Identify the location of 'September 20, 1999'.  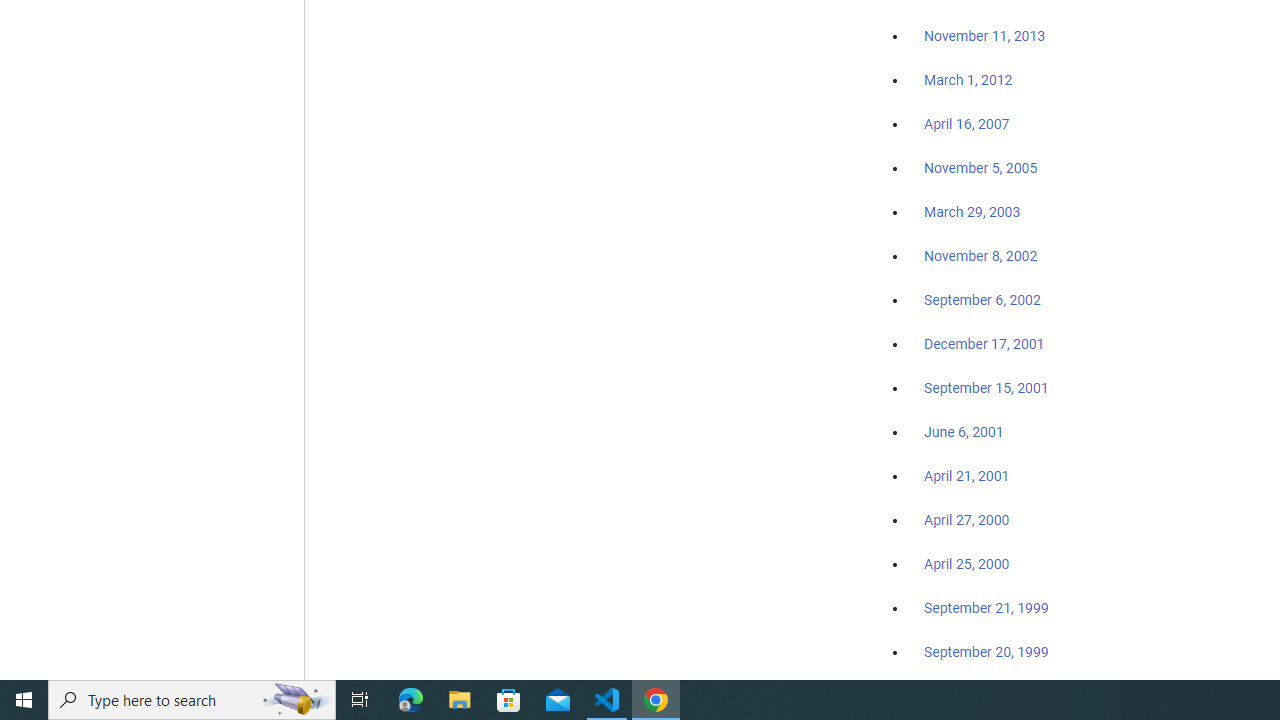
(986, 651).